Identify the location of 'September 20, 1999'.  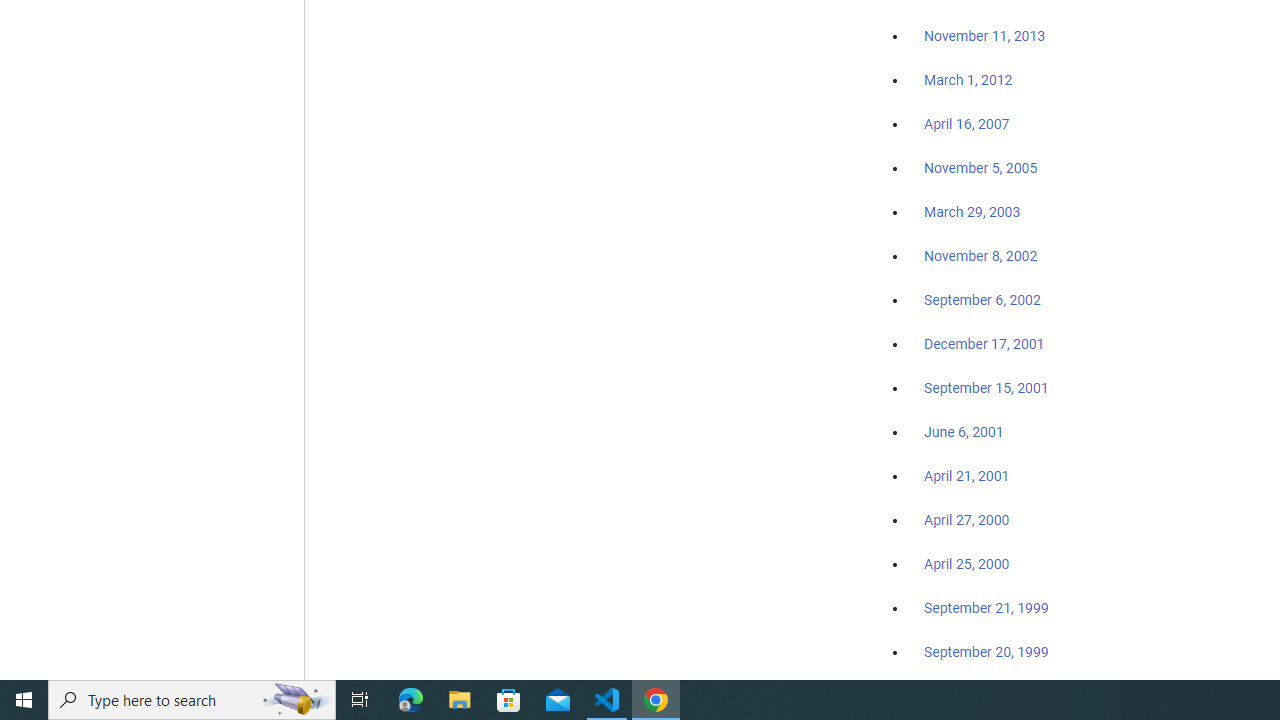
(986, 651).